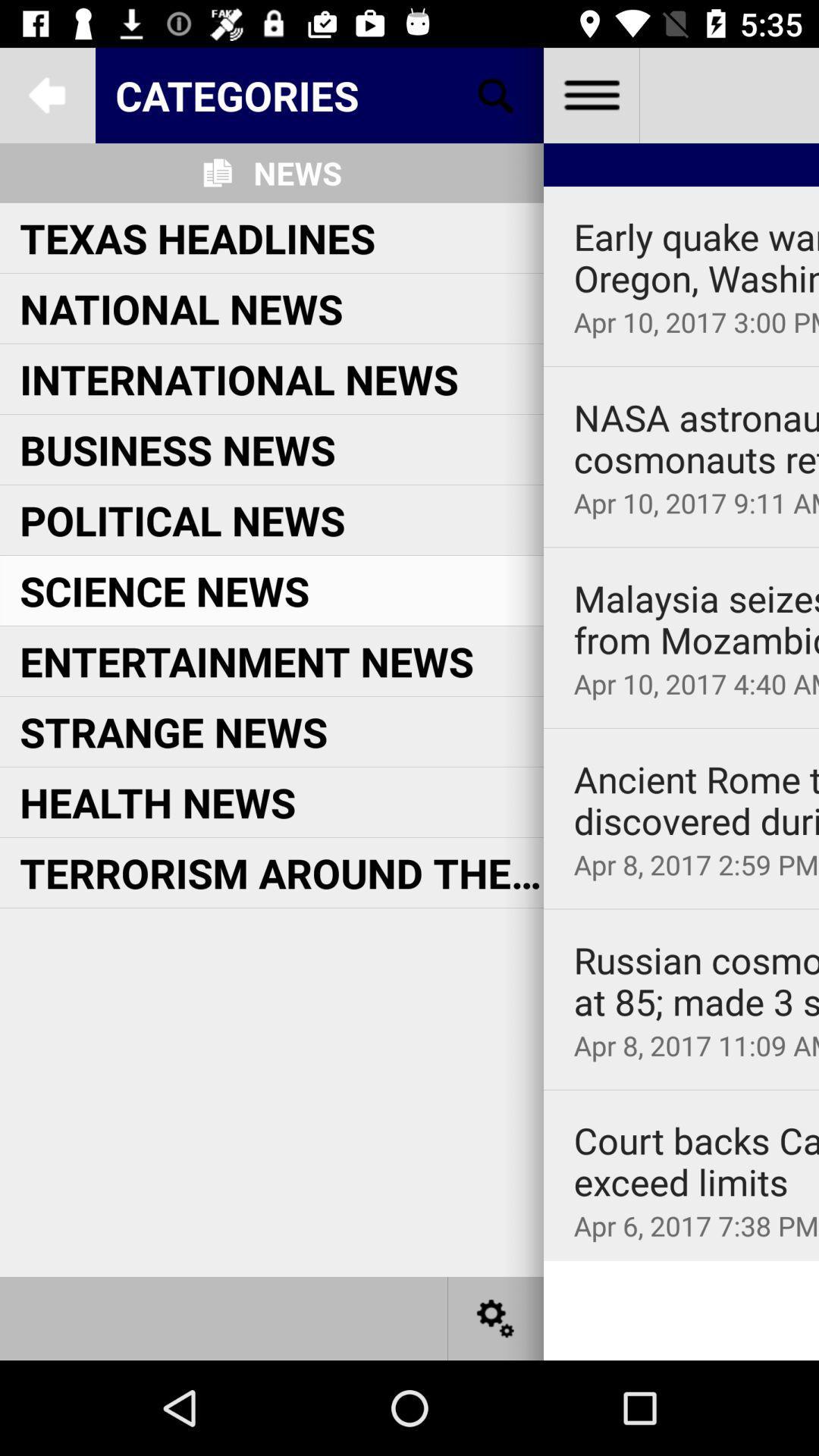 The image size is (819, 1456). What do you see at coordinates (46, 94) in the screenshot?
I see `go back` at bounding box center [46, 94].